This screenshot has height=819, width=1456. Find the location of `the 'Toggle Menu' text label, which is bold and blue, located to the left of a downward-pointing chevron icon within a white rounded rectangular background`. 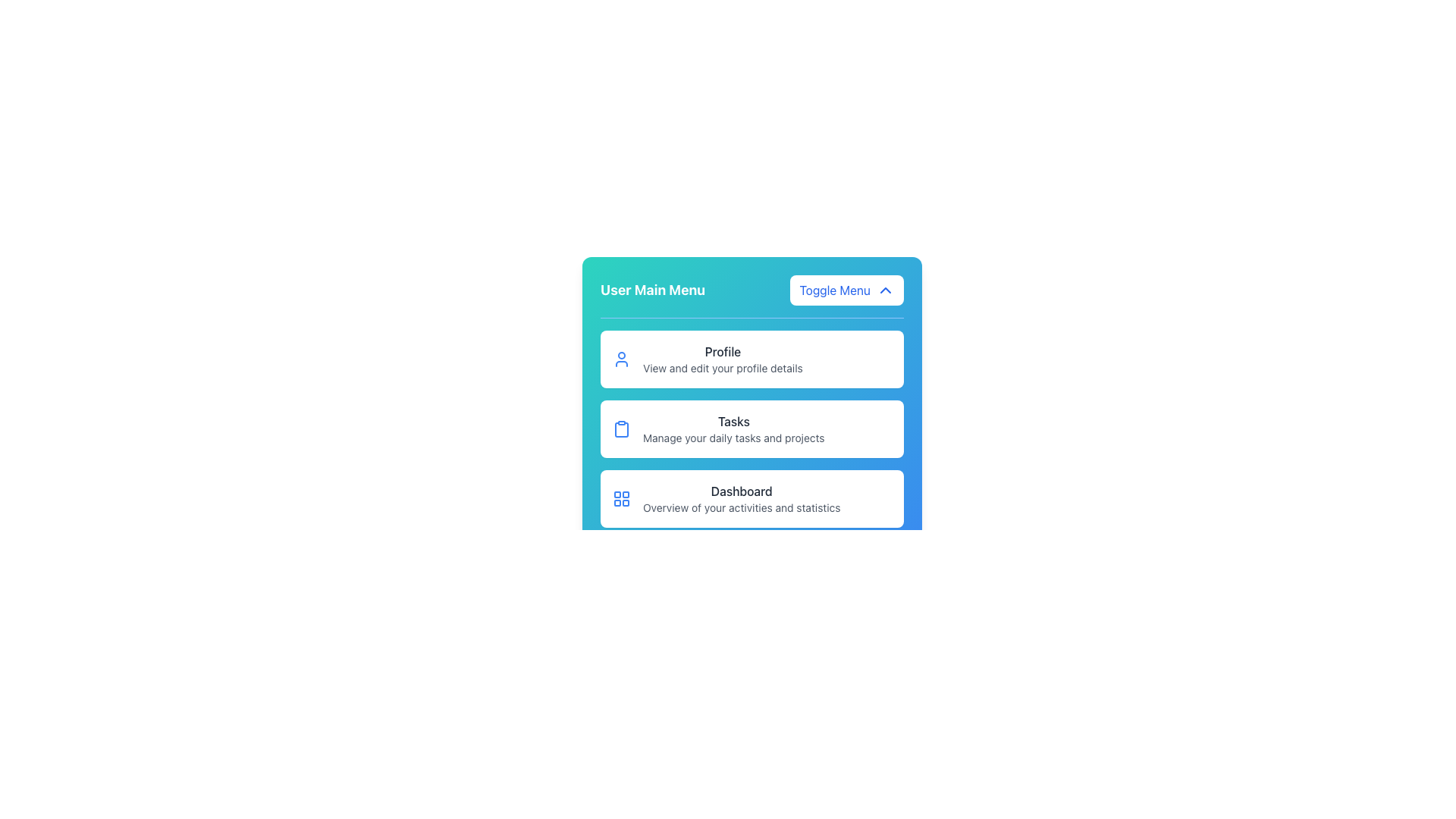

the 'Toggle Menu' text label, which is bold and blue, located to the left of a downward-pointing chevron icon within a white rounded rectangular background is located at coordinates (834, 290).